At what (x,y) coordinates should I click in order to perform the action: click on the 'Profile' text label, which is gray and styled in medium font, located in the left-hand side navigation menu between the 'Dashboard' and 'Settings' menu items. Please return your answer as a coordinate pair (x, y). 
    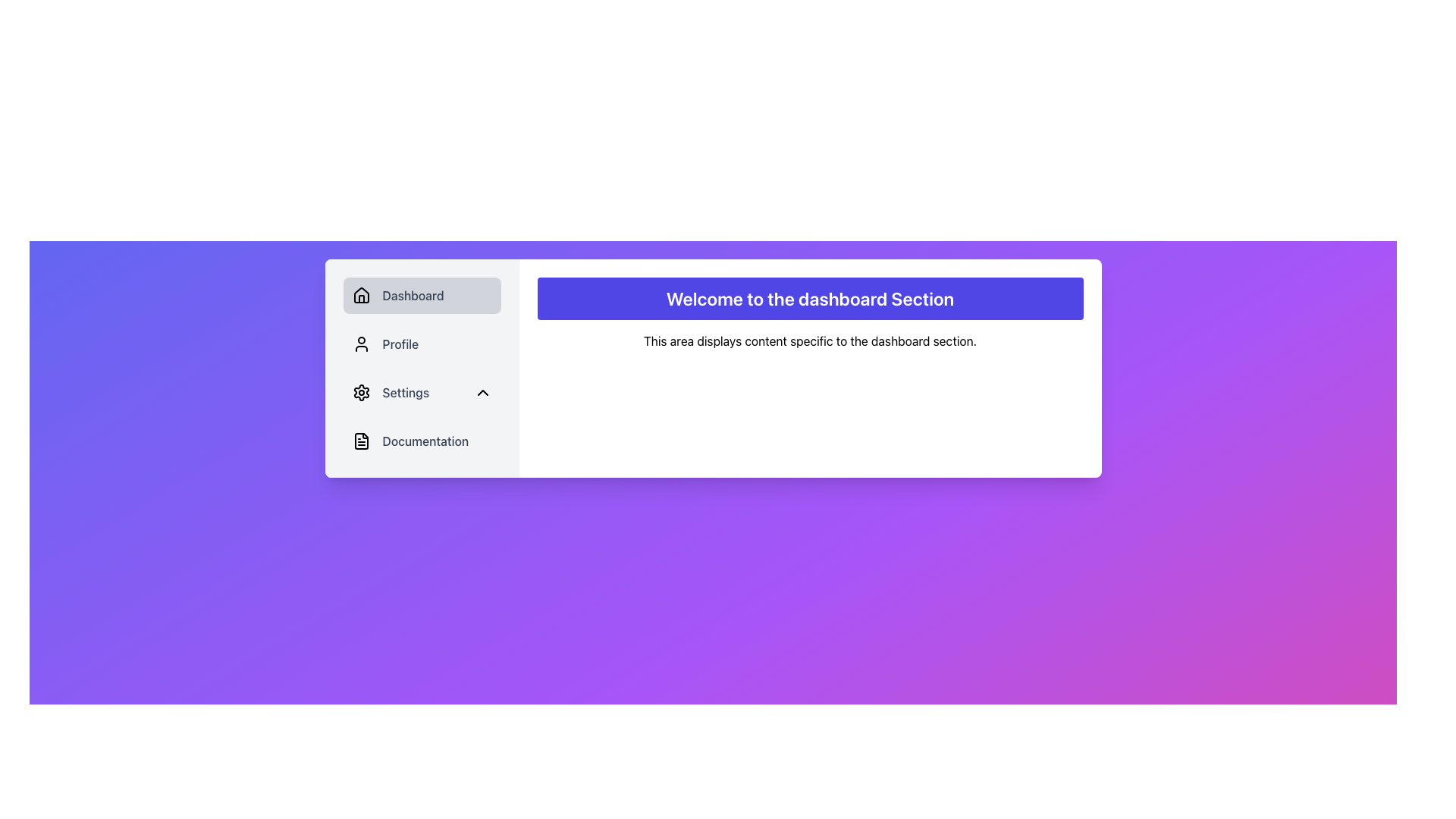
    Looking at the image, I should click on (400, 344).